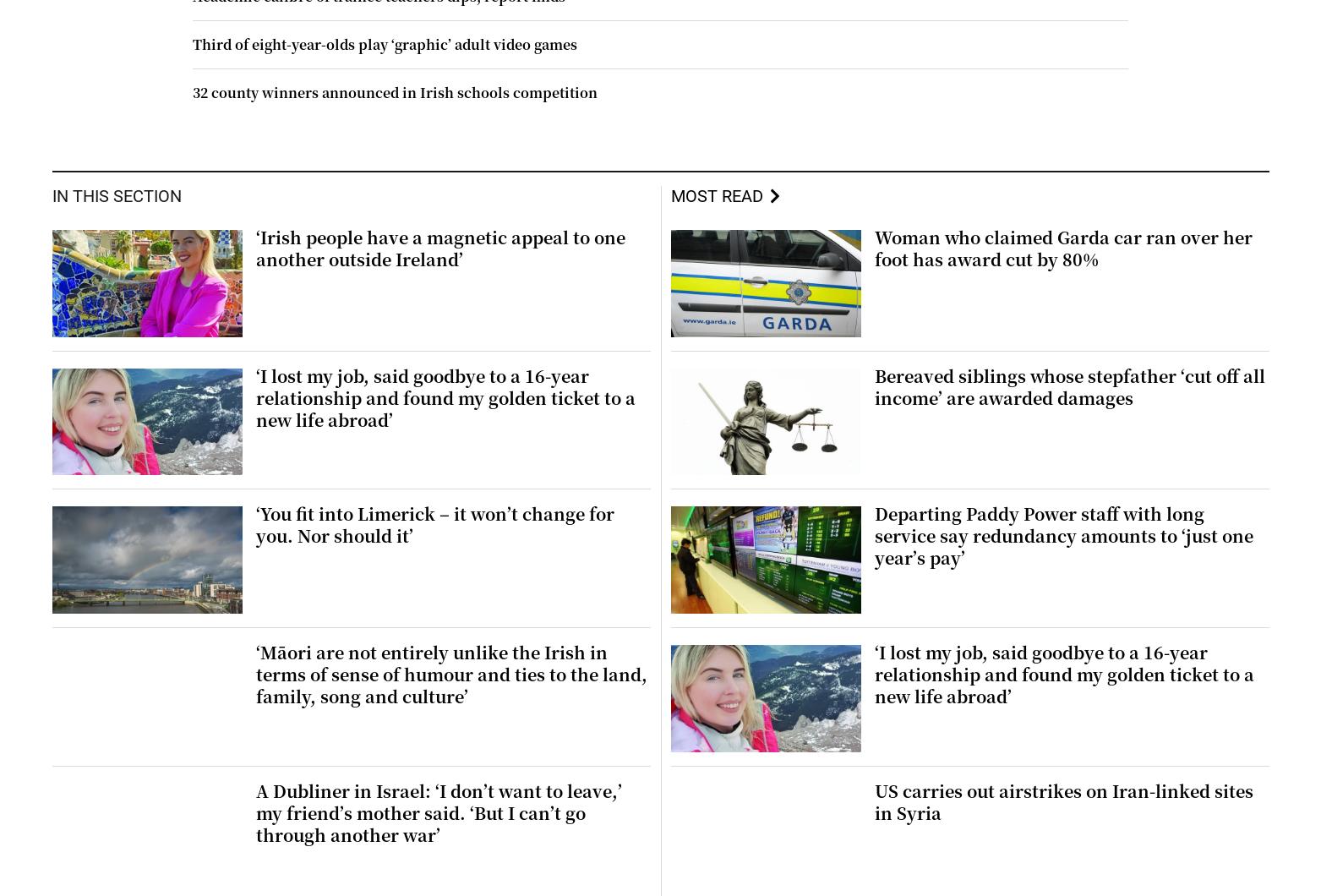 Image resolution: width=1321 pixels, height=896 pixels. I want to click on '‘You fit into Limerick – it won’t change for you. Nor should it’', so click(434, 524).